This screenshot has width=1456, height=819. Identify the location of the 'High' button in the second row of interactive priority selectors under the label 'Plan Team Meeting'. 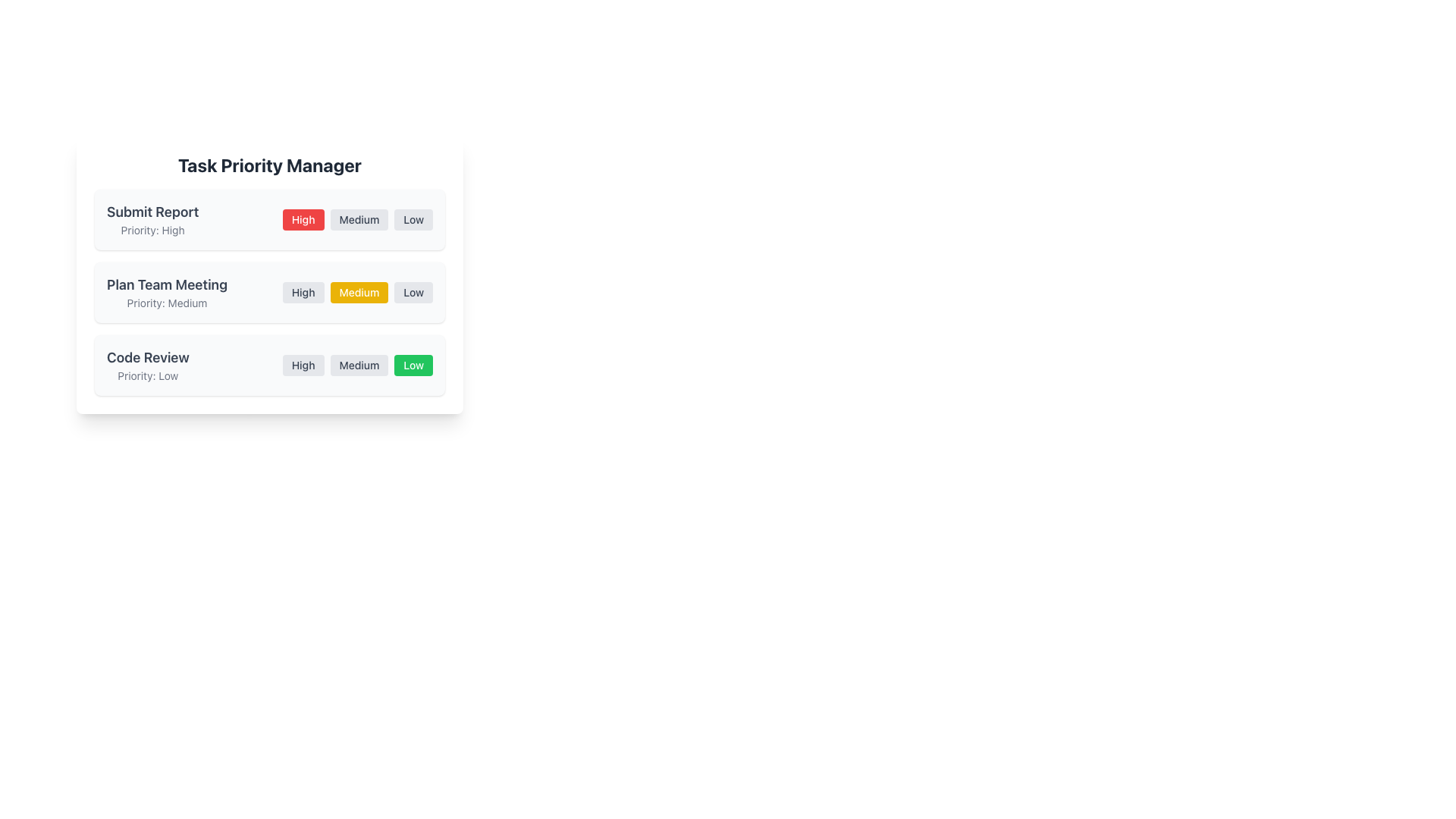
(303, 292).